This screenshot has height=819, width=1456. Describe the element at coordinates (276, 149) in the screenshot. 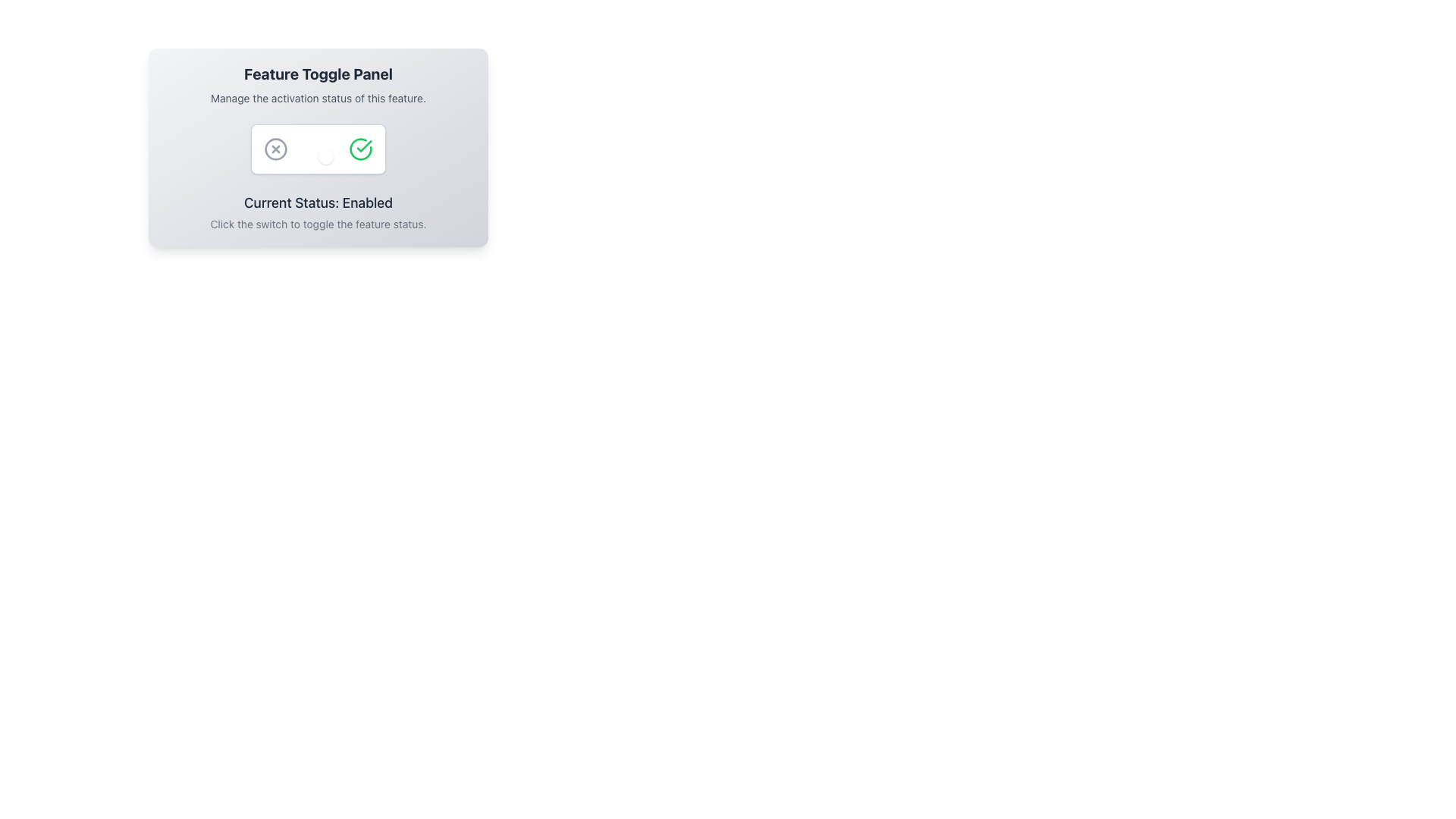

I see `the first icon on the left in the 'Feature Toggle Panel'` at that location.